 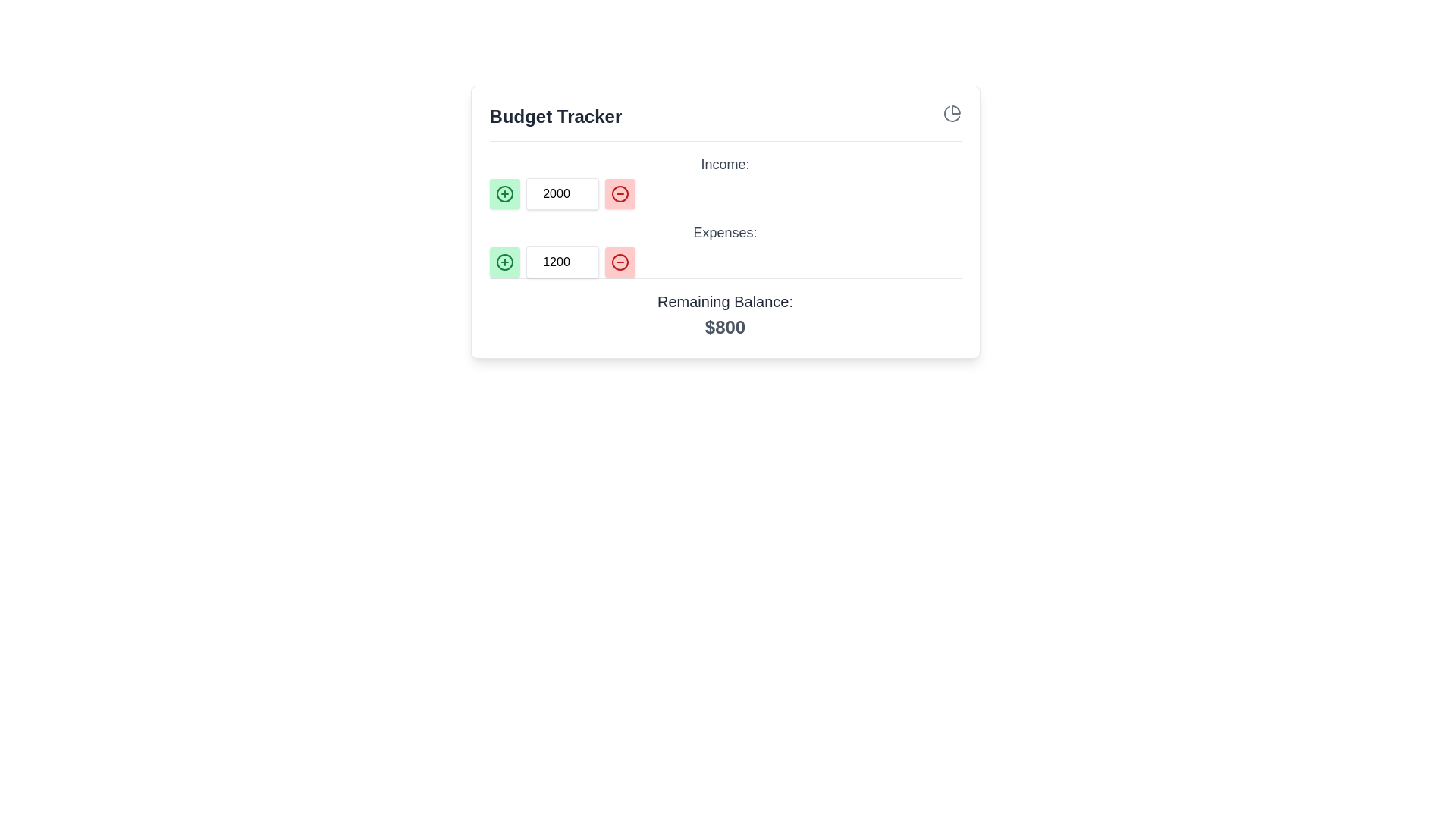 What do you see at coordinates (951, 113) in the screenshot?
I see `the pie chart icon in the top-right corner of the 'Budget Tracker' header section, which features a minimalistic vector line art design in gray tones` at bounding box center [951, 113].